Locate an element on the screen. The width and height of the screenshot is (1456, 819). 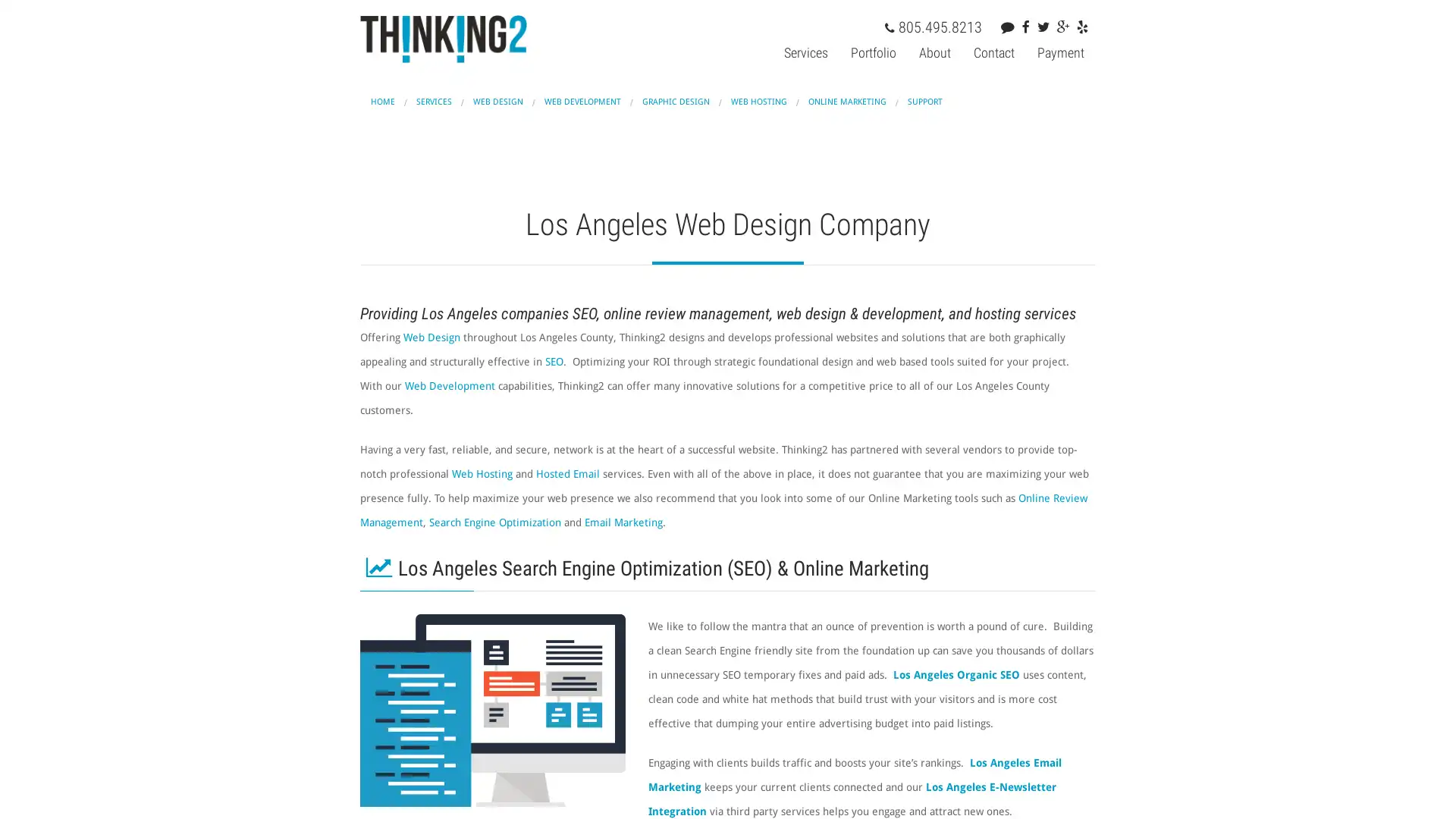
Contact is located at coordinates (993, 52).